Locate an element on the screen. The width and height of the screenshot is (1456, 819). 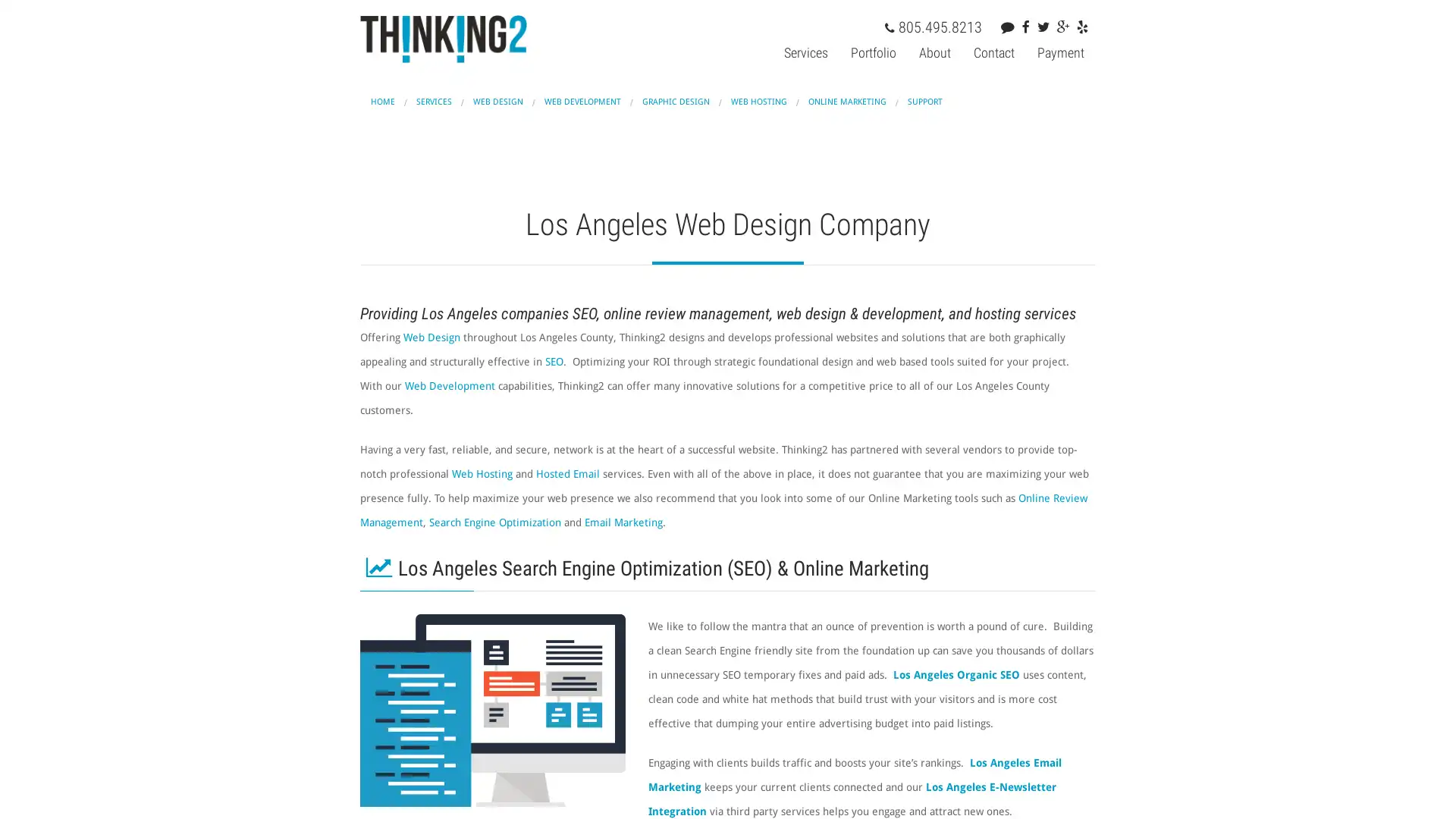
Contact is located at coordinates (993, 52).